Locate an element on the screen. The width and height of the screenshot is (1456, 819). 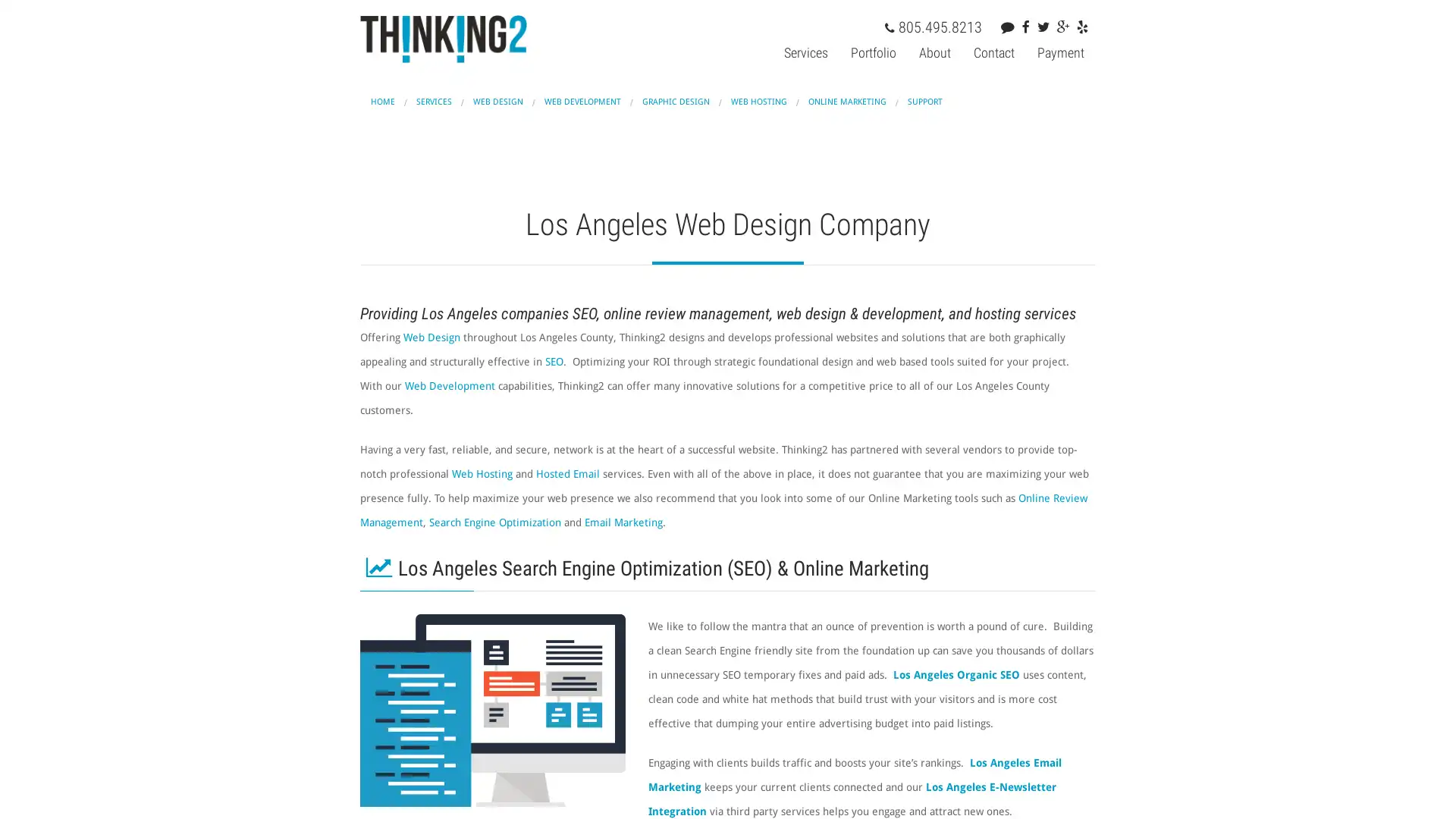
Contact is located at coordinates (993, 52).